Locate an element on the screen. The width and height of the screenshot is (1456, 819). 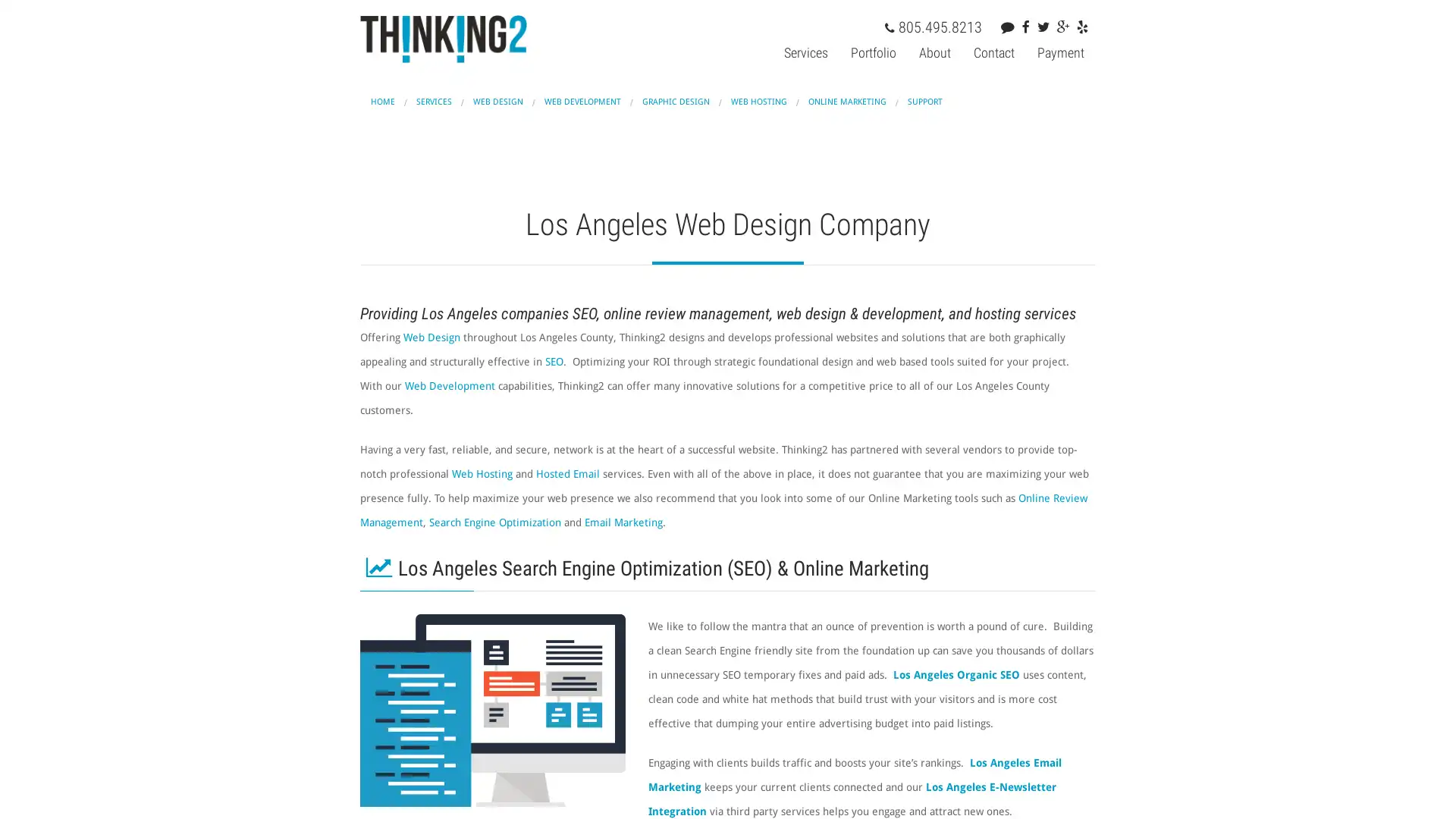
Contact is located at coordinates (993, 52).